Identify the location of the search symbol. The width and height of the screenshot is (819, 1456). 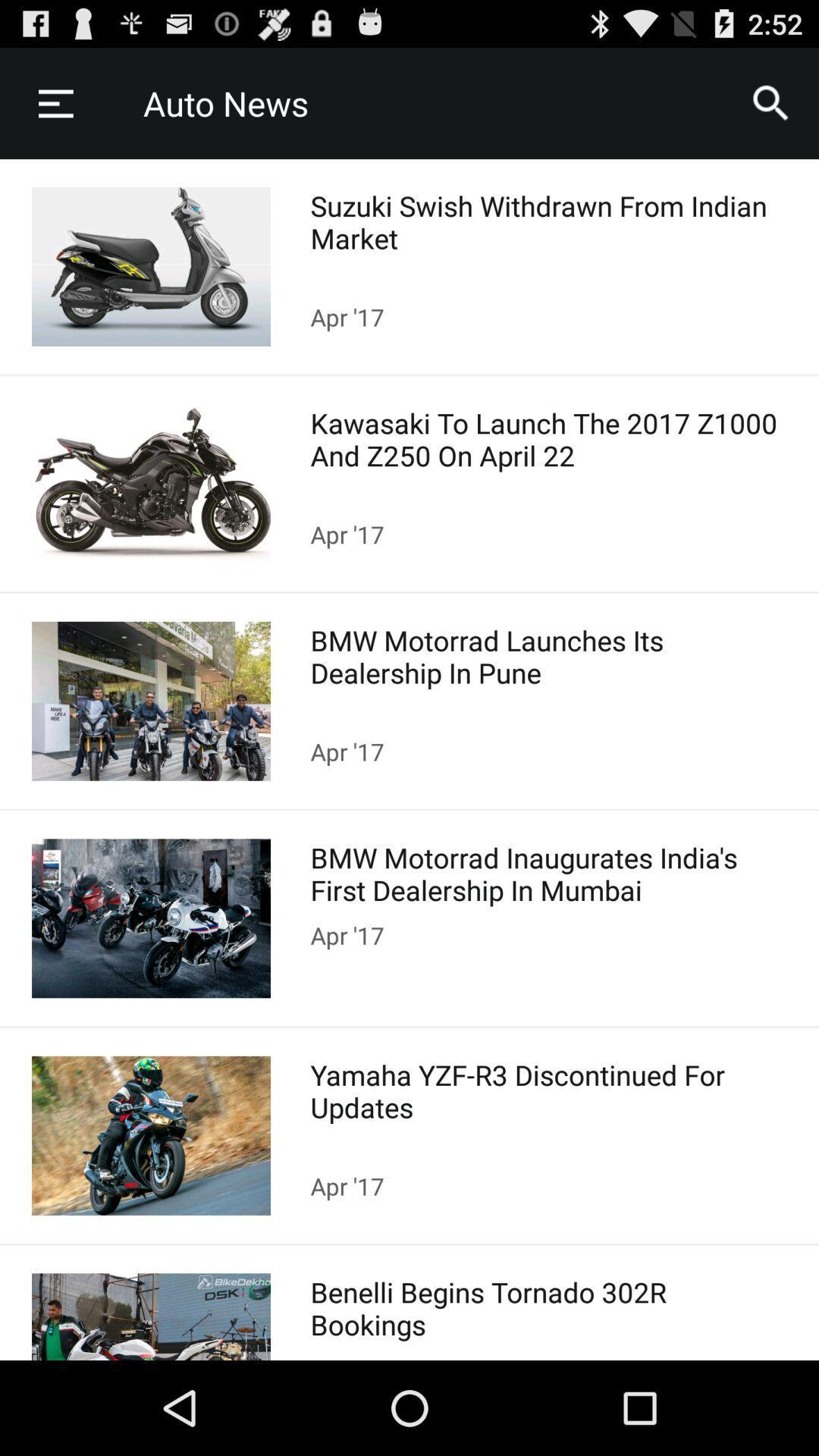
(771, 103).